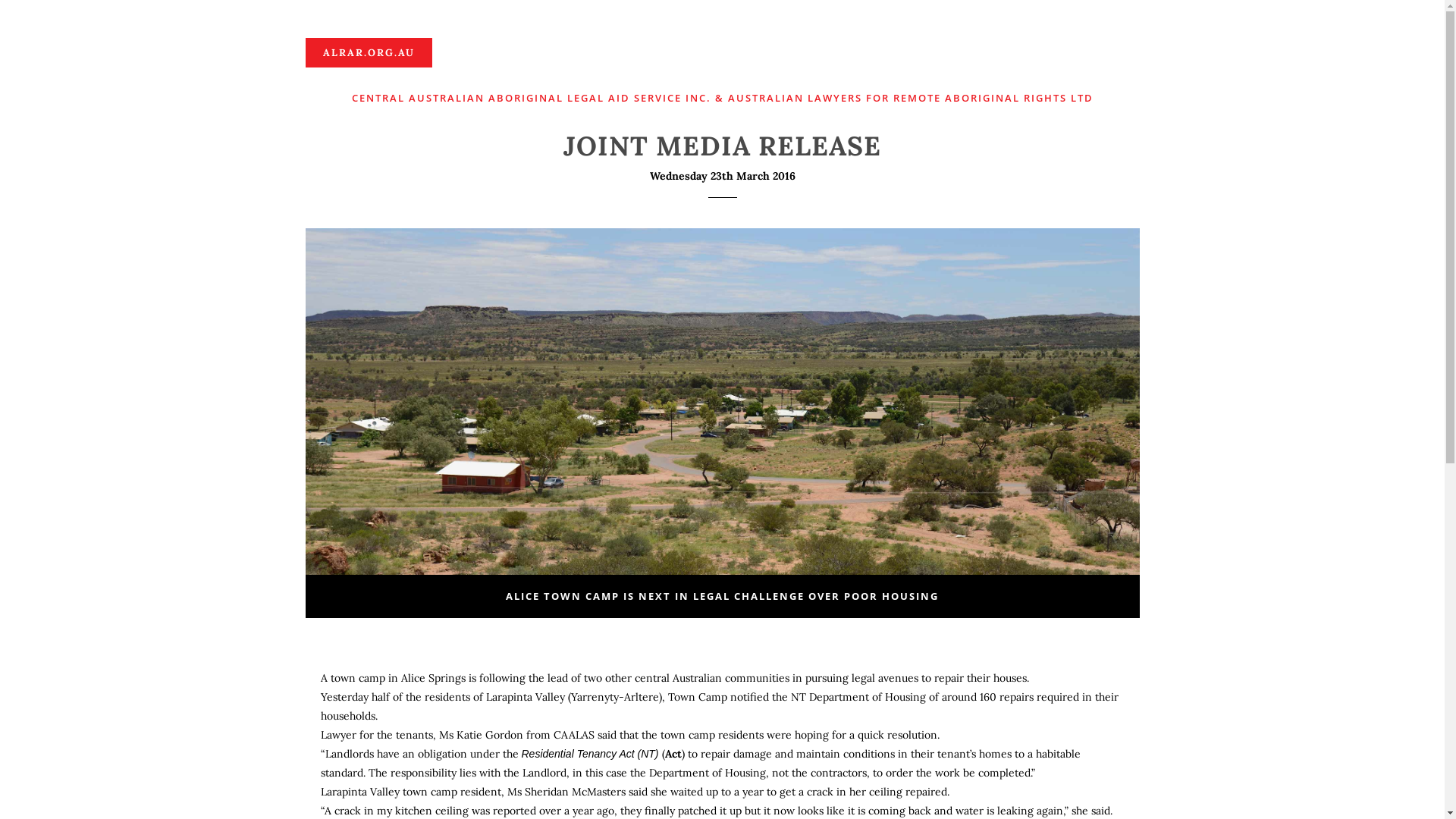 The height and width of the screenshot is (819, 1456). Describe the element at coordinates (304, 52) in the screenshot. I see `'ALRAR.ORG.AU'` at that location.